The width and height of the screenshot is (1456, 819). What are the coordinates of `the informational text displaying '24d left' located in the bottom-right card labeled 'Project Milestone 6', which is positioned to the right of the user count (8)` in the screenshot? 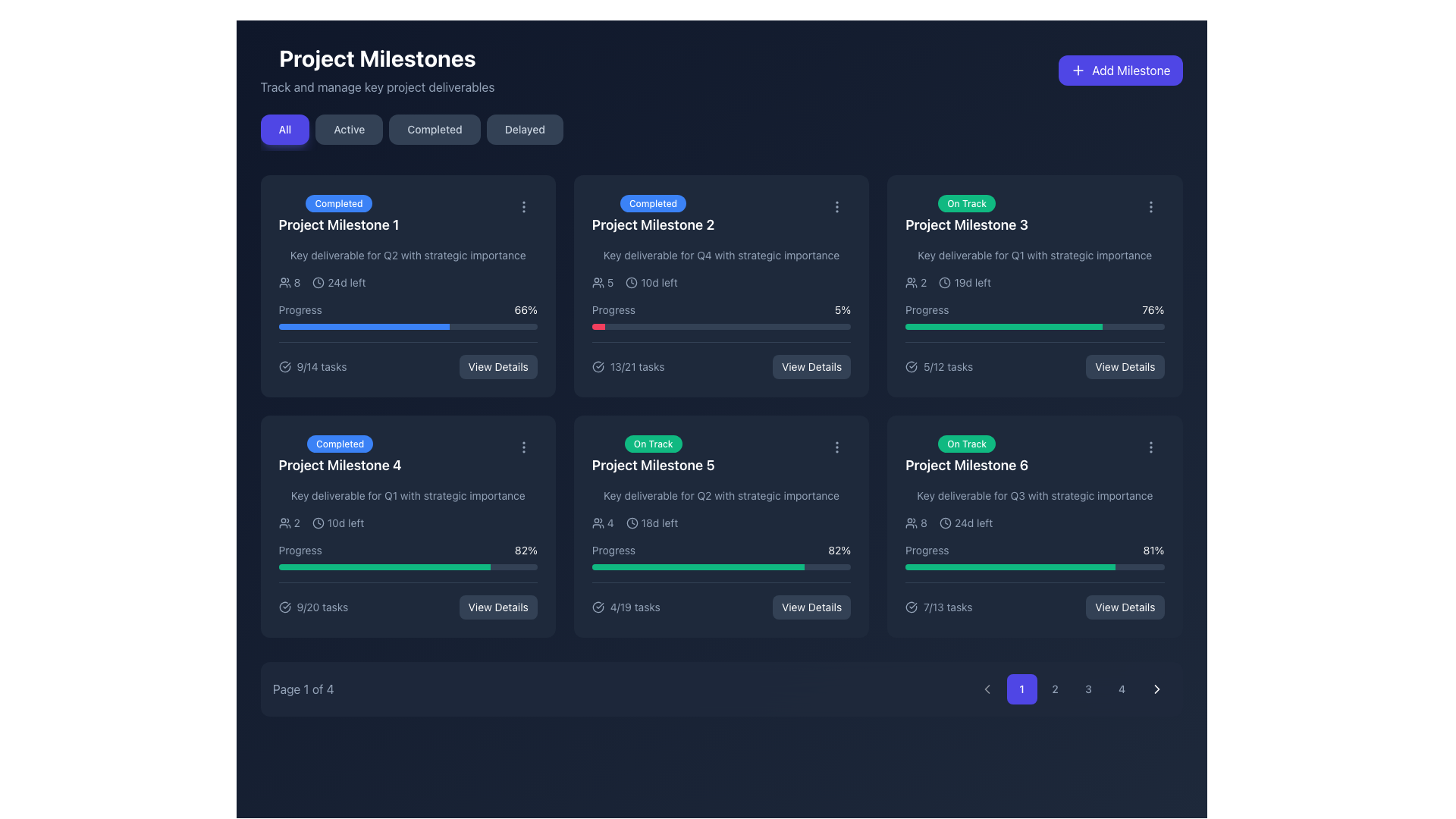 It's located at (965, 522).